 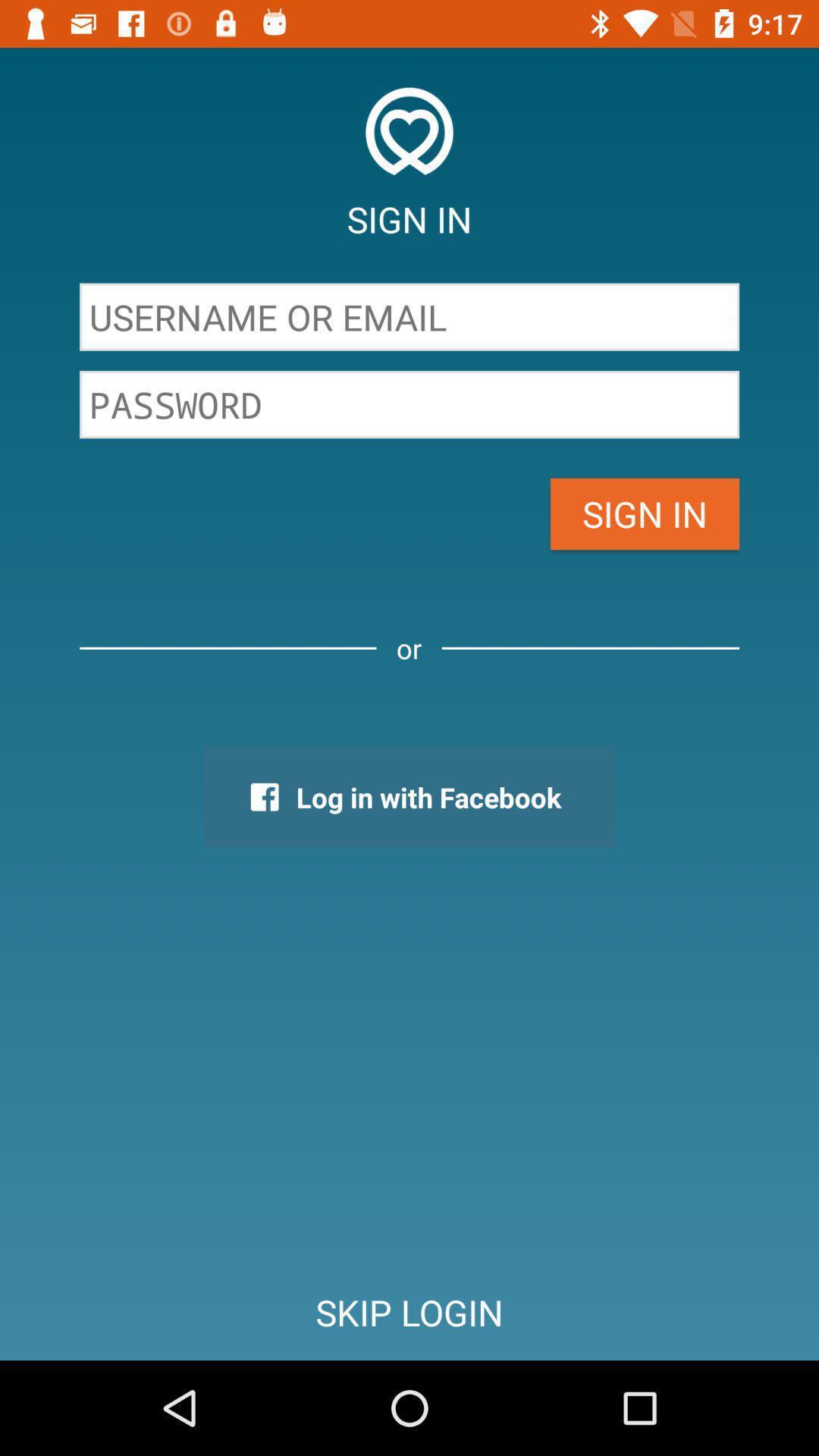 What do you see at coordinates (409, 404) in the screenshot?
I see `icon above the sign in item` at bounding box center [409, 404].